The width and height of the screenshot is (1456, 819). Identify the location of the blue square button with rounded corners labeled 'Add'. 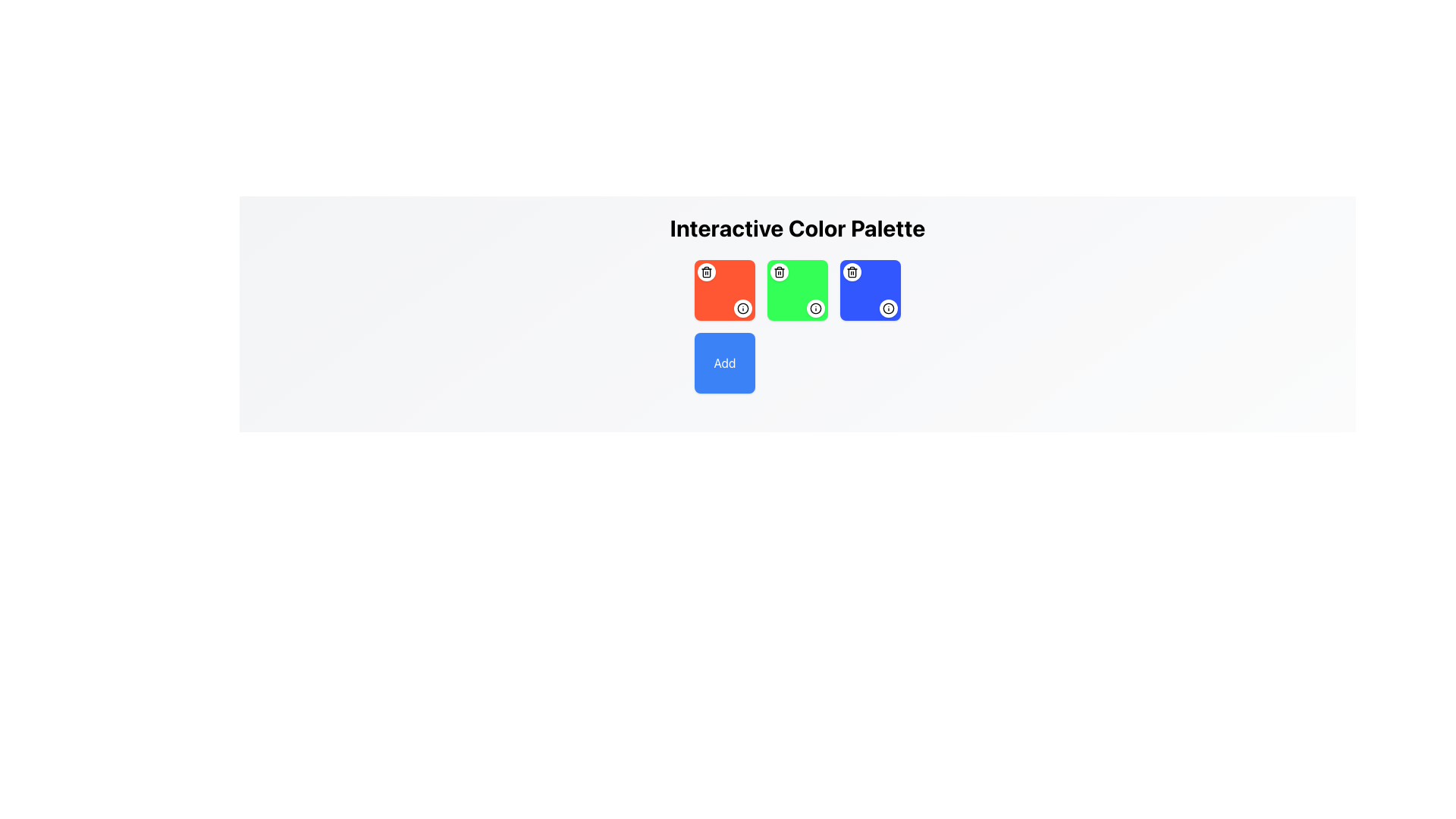
(723, 362).